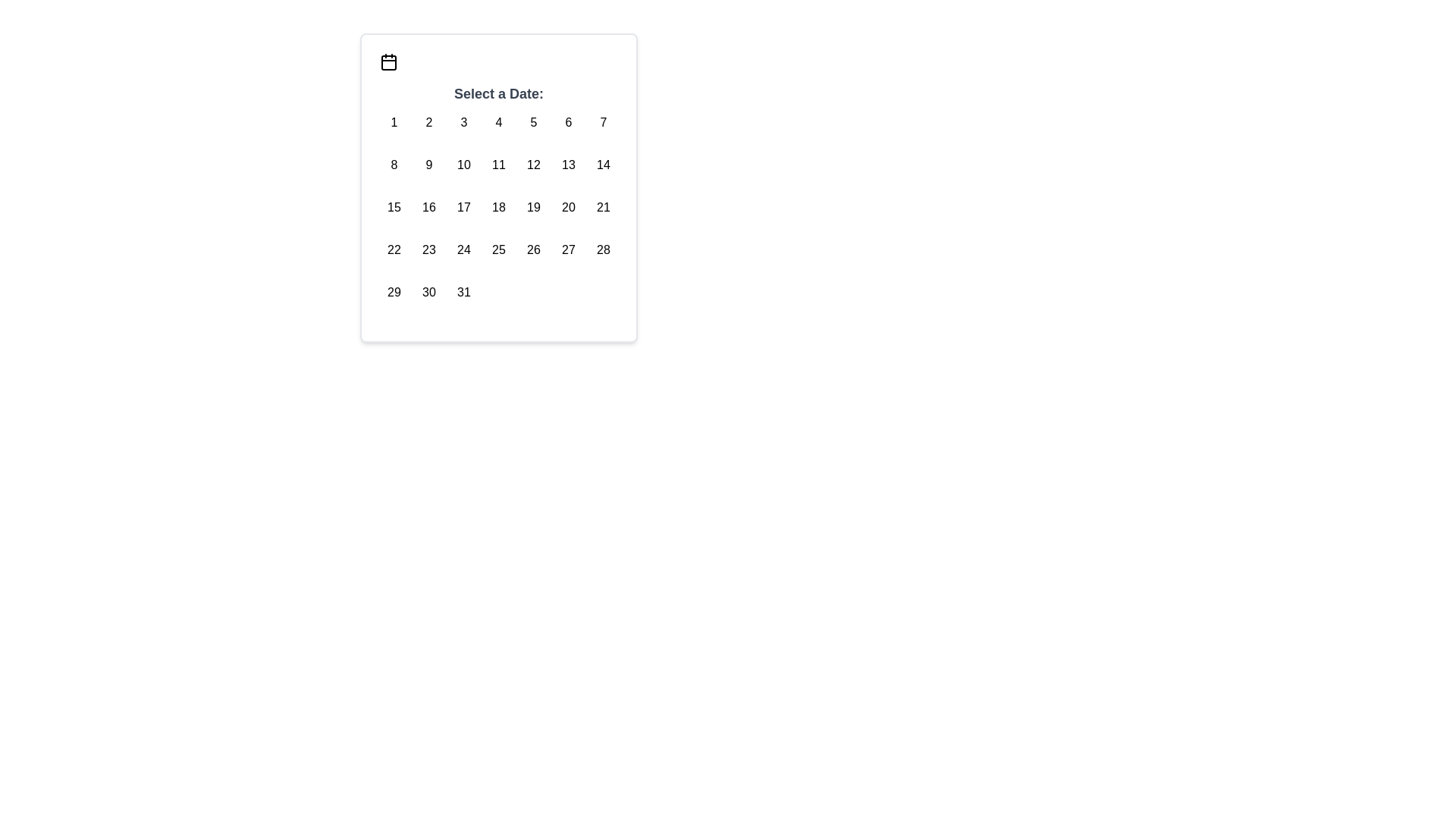 This screenshot has height=819, width=1456. I want to click on the circular button labeled '16' in the calendar interface, so click(428, 207).